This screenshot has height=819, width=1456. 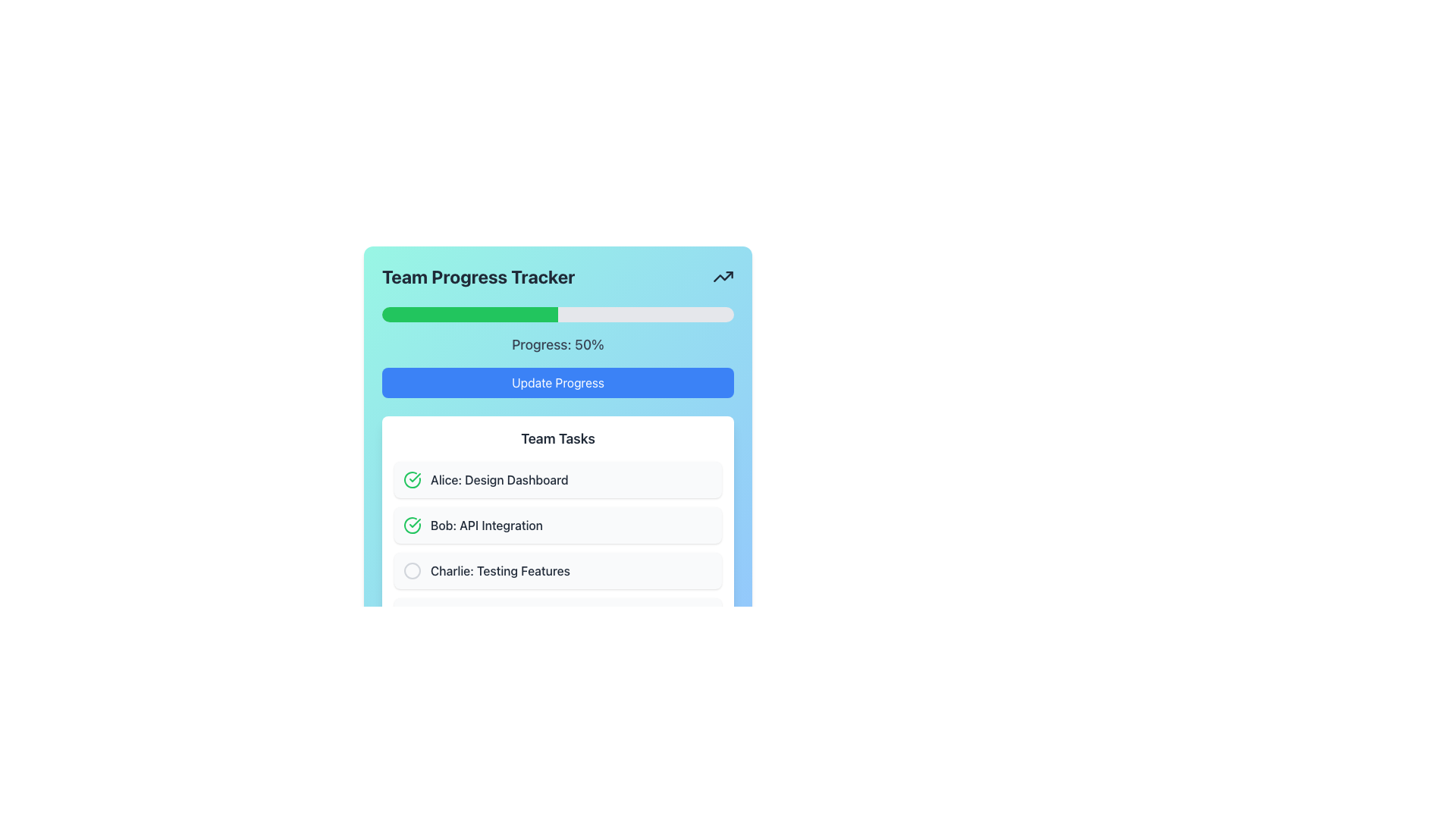 I want to click on the text heading labeled 'Team Progress Tracker', which is styled in a large, bold gray font and located at the top-left position of the application interface, so click(x=478, y=277).